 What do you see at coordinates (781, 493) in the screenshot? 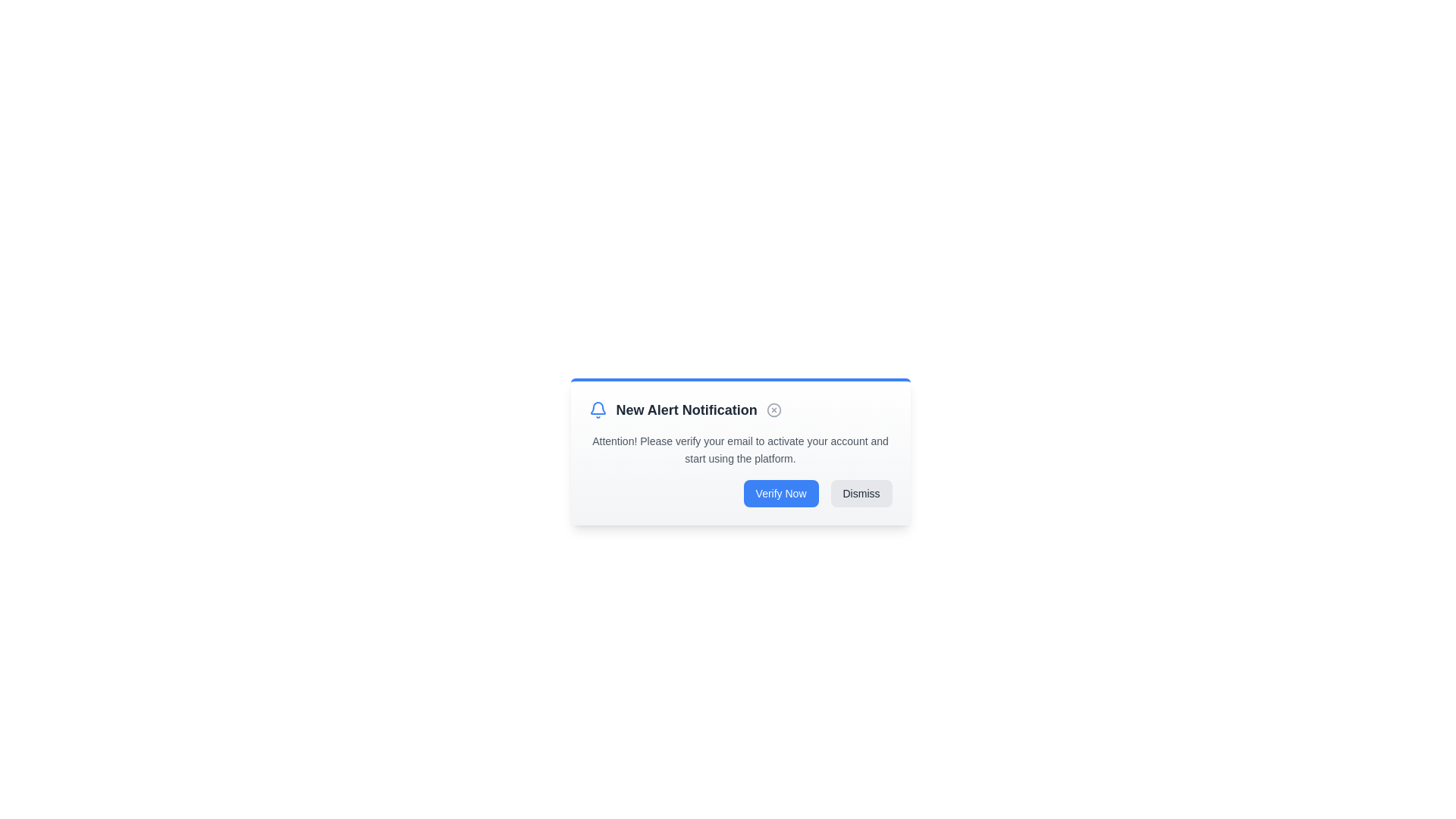
I see `the 'Verify Now' button, which is a rounded rectangular button with a blue background and white text located in the bottom-right section of a notification panel` at bounding box center [781, 493].